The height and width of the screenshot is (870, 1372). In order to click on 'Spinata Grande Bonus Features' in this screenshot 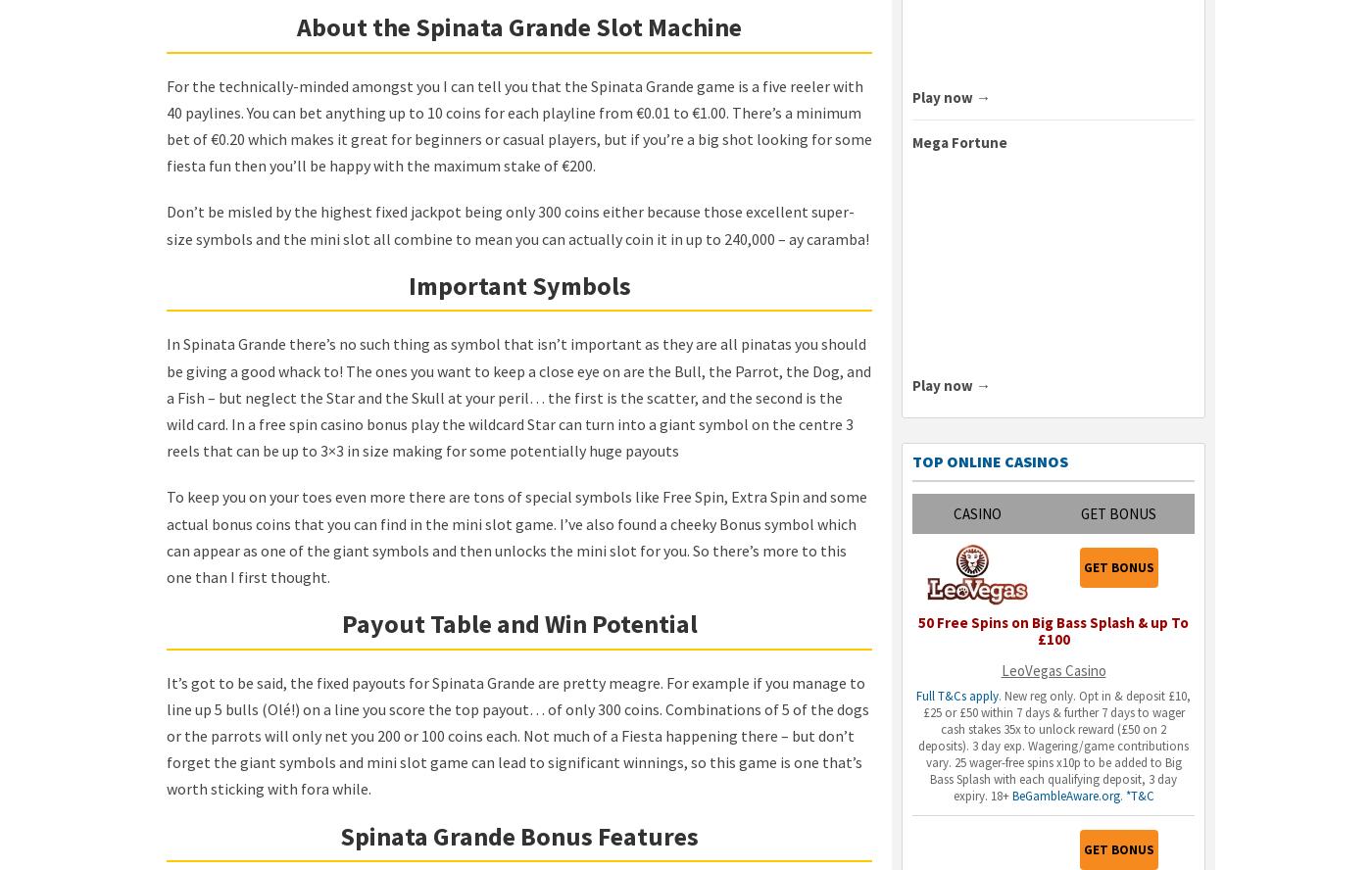, I will do `click(519, 834)`.